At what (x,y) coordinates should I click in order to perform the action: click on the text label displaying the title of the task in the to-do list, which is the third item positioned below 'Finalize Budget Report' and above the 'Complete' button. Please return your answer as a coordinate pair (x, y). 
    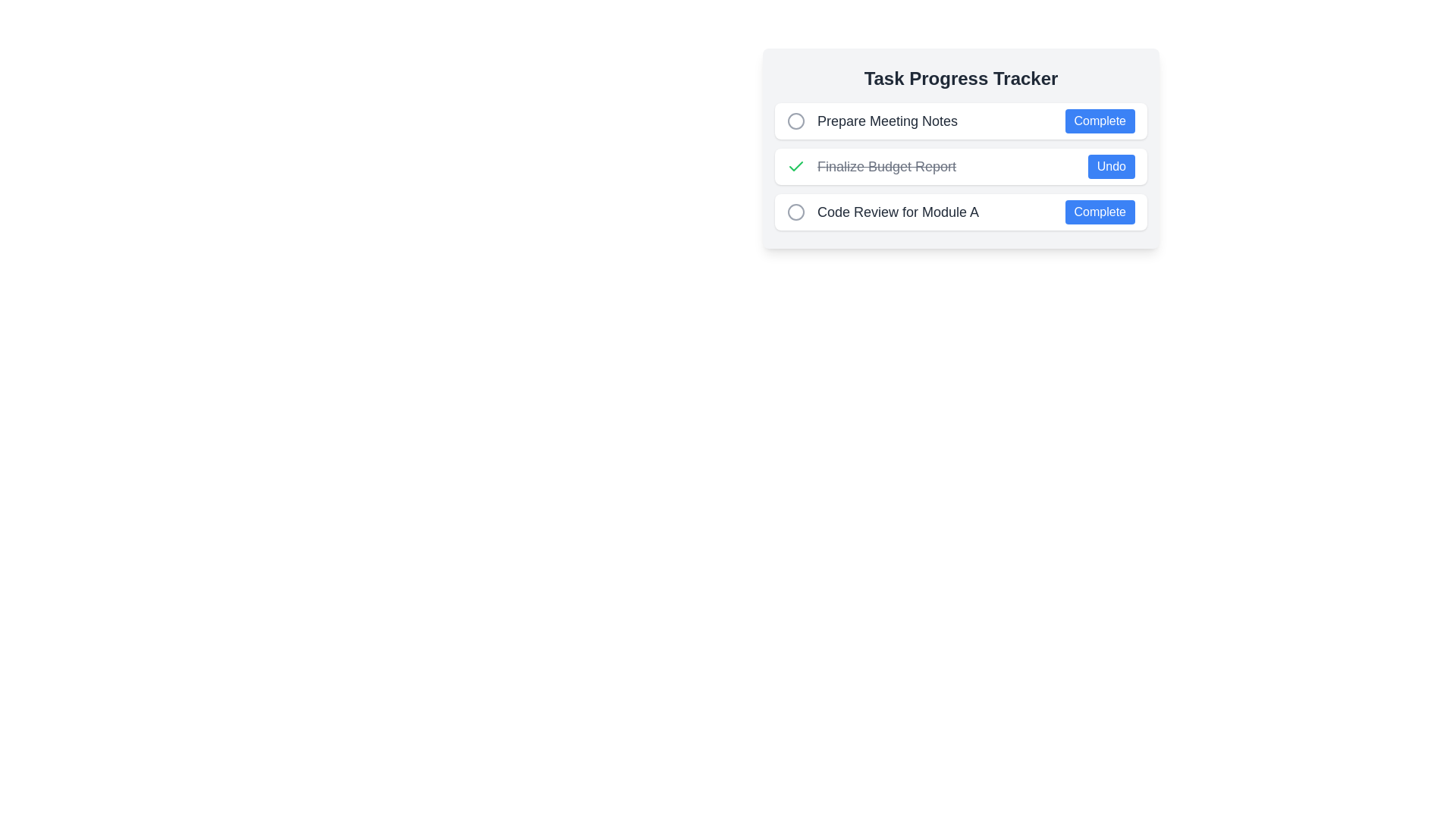
    Looking at the image, I should click on (883, 212).